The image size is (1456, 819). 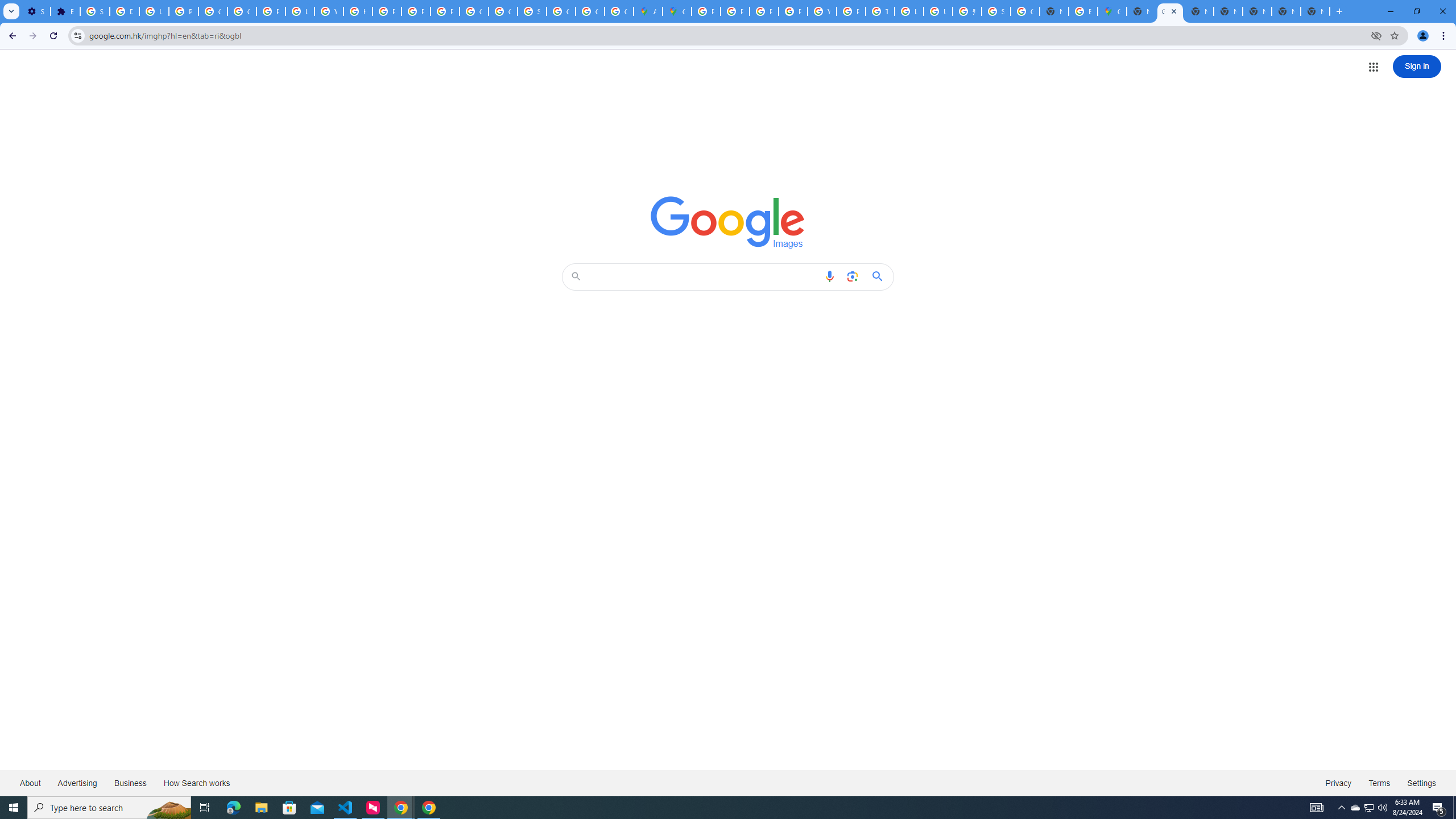 What do you see at coordinates (1421, 782) in the screenshot?
I see `'Settings'` at bounding box center [1421, 782].